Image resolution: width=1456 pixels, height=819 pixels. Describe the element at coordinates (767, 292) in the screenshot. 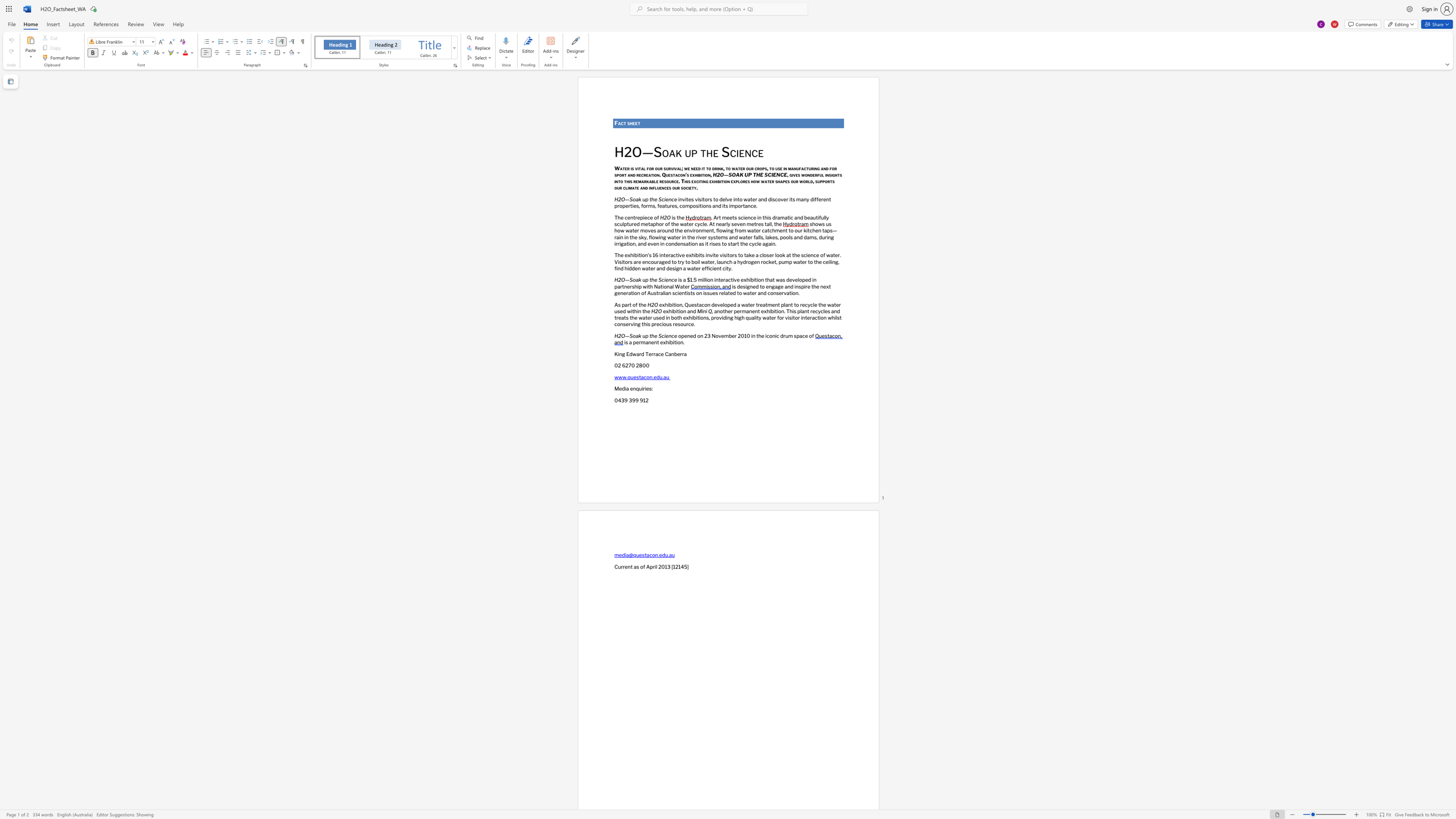

I see `the subset text "con" within the text "is designed to engage and inspire the next generation of Australian scientists on issues related to water and conservation."` at that location.